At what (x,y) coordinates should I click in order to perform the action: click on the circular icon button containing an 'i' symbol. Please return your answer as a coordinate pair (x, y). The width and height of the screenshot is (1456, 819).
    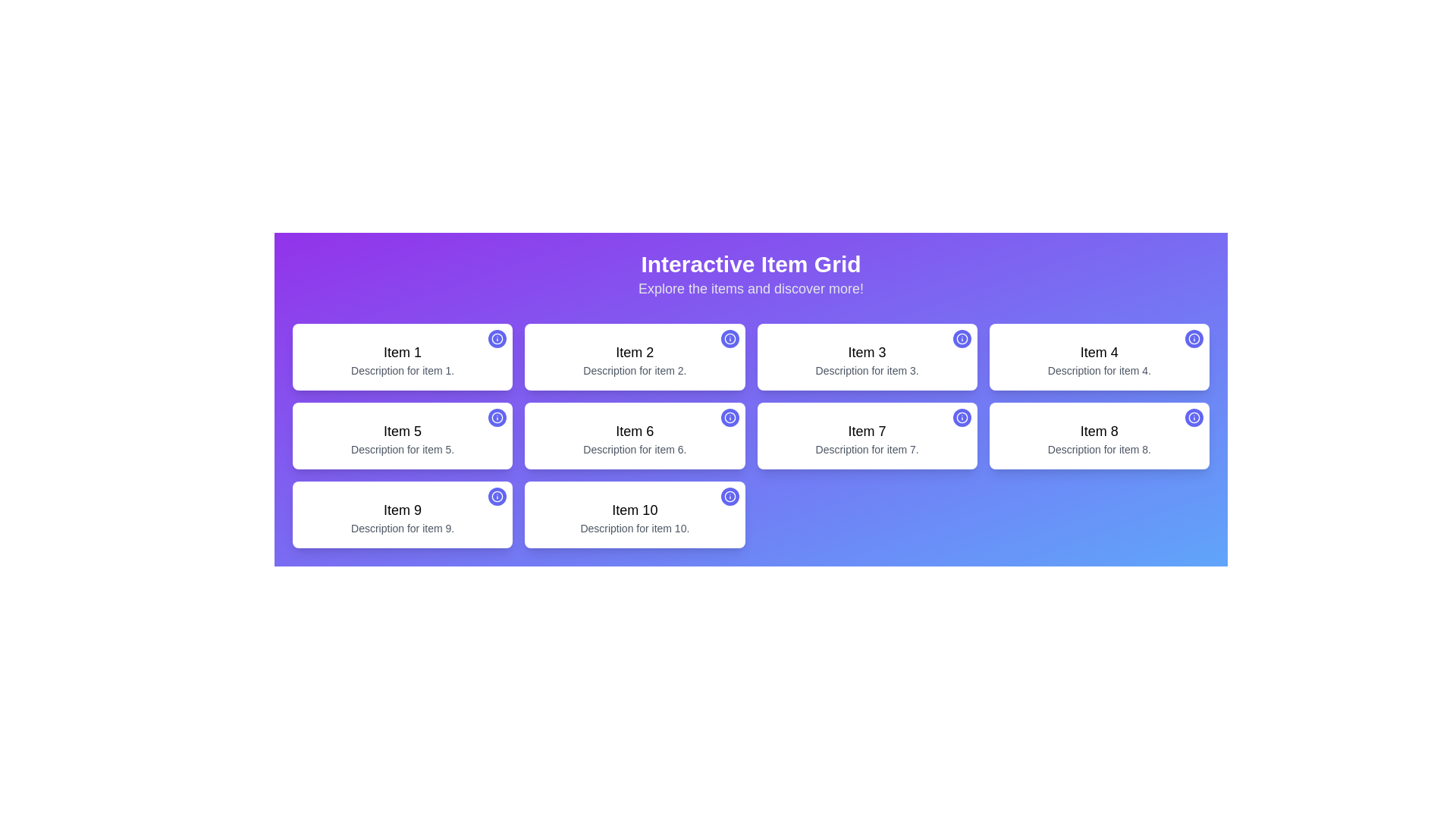
    Looking at the image, I should click on (730, 418).